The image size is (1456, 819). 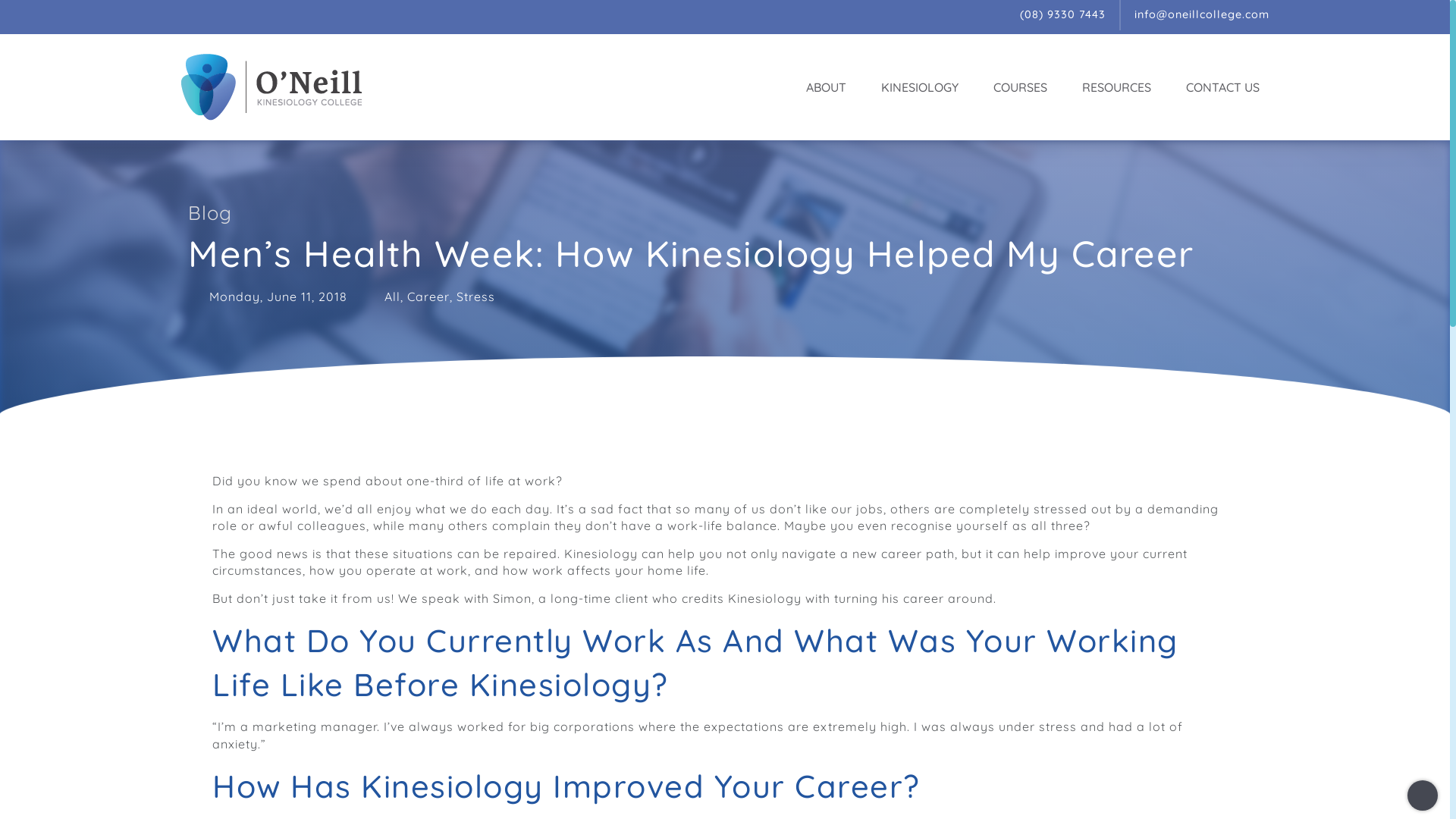 I want to click on 'RESOURCES', so click(x=1120, y=87).